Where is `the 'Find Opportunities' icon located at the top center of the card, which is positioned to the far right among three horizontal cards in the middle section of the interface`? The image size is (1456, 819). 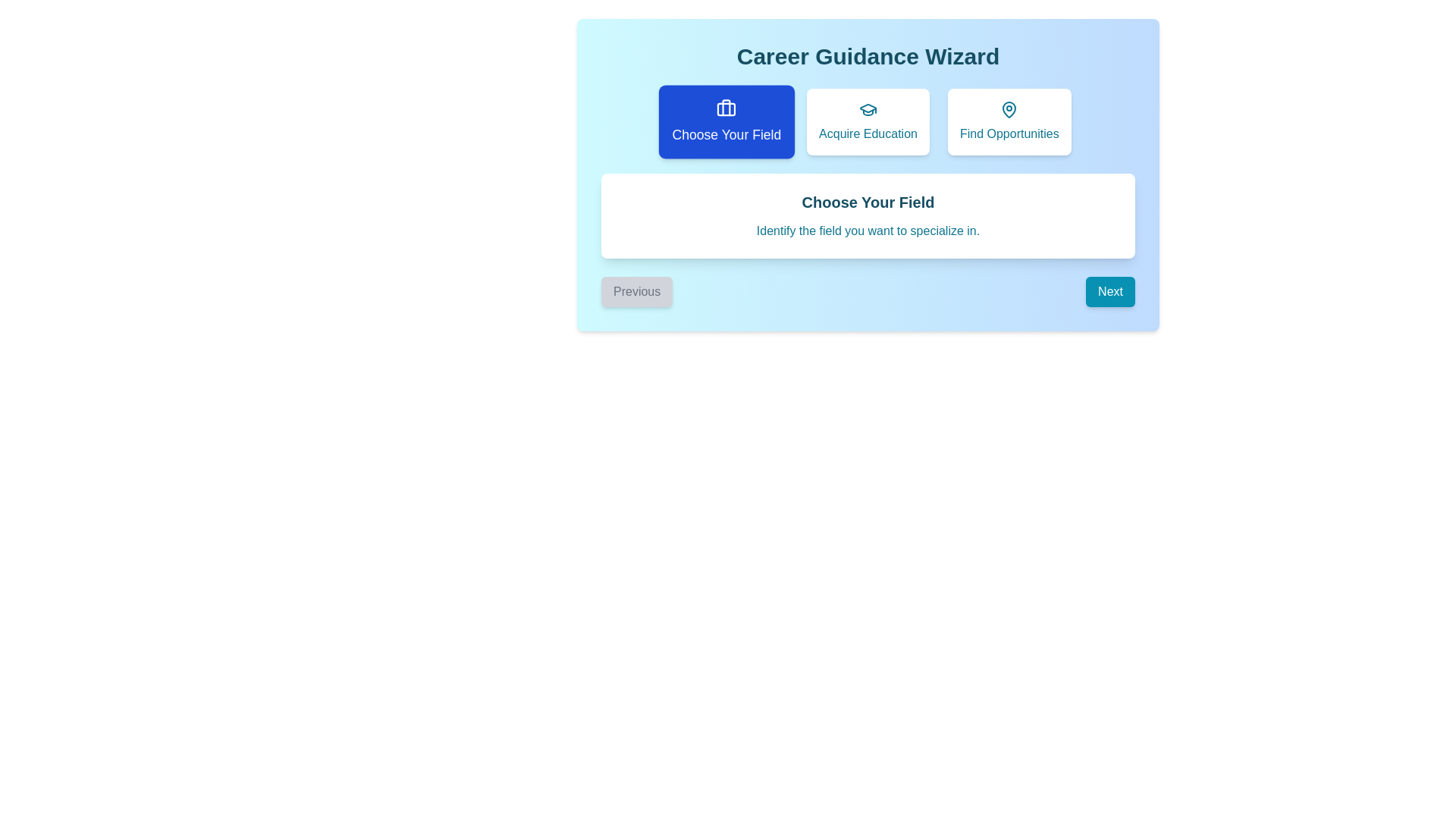
the 'Find Opportunities' icon located at the top center of the card, which is positioned to the far right among three horizontal cards in the middle section of the interface is located at coordinates (1009, 109).